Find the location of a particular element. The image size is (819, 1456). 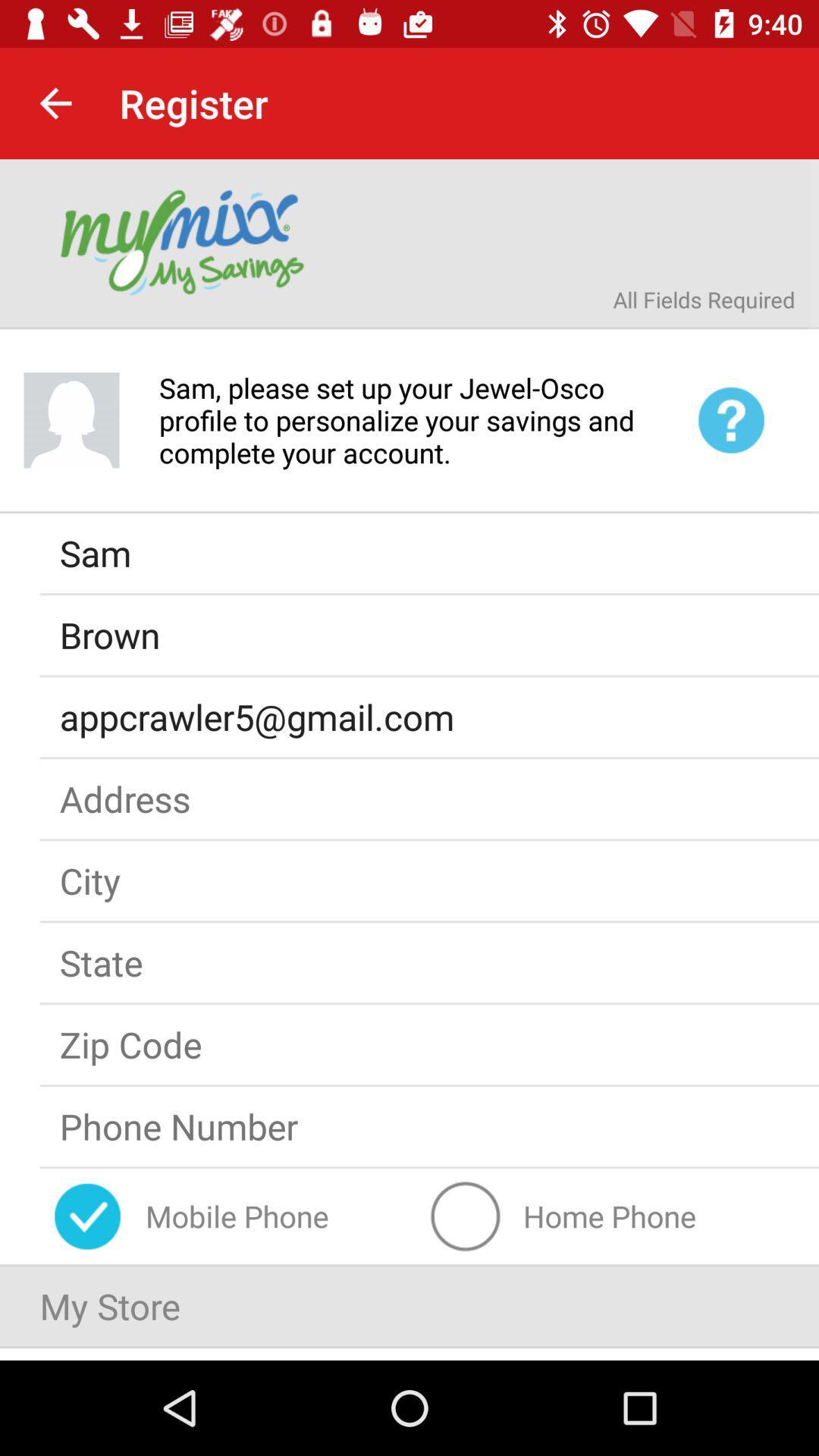

the help icon is located at coordinates (730, 420).